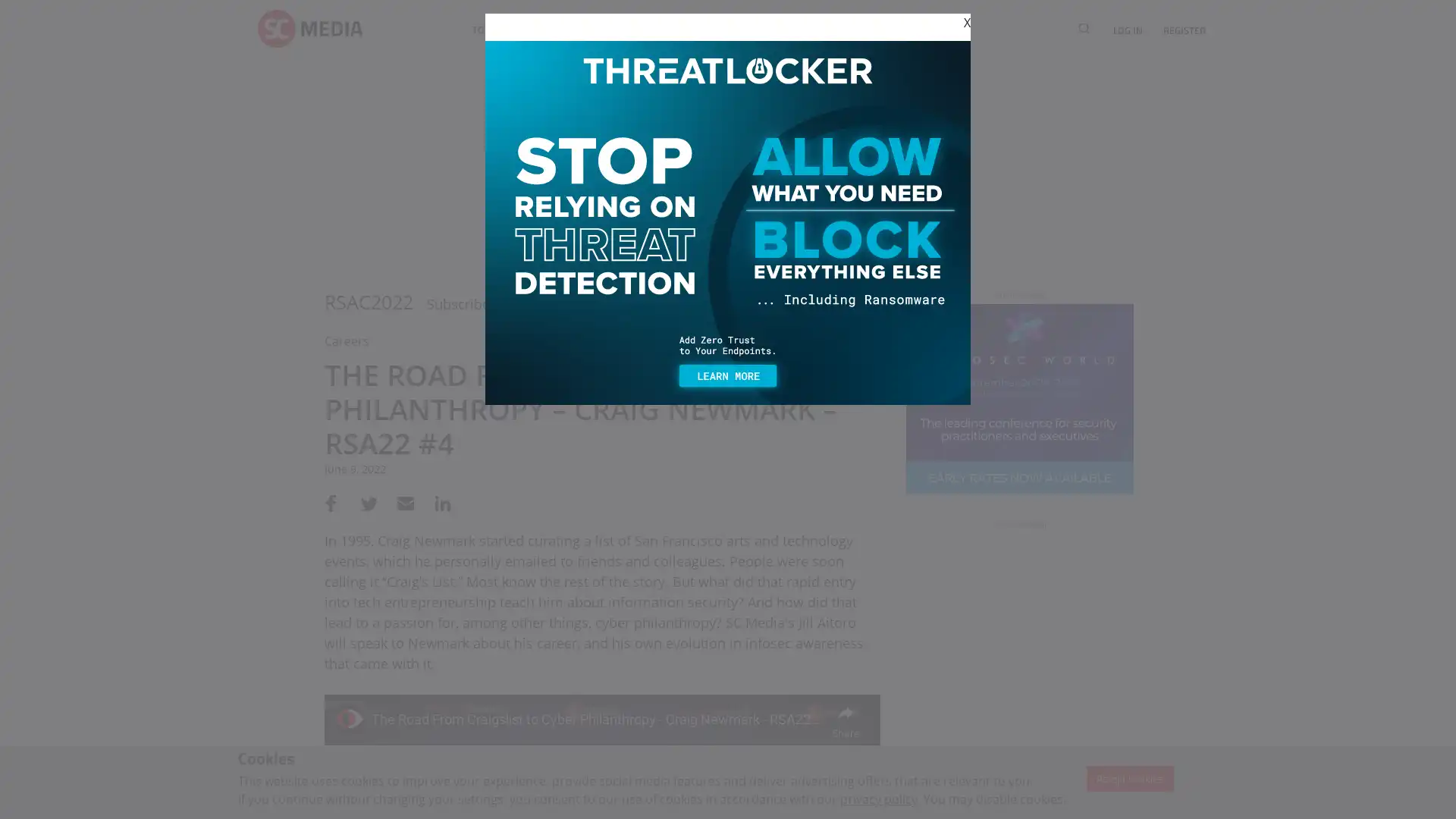 This screenshot has height=819, width=1456. What do you see at coordinates (488, 30) in the screenshot?
I see `TOPICS` at bounding box center [488, 30].